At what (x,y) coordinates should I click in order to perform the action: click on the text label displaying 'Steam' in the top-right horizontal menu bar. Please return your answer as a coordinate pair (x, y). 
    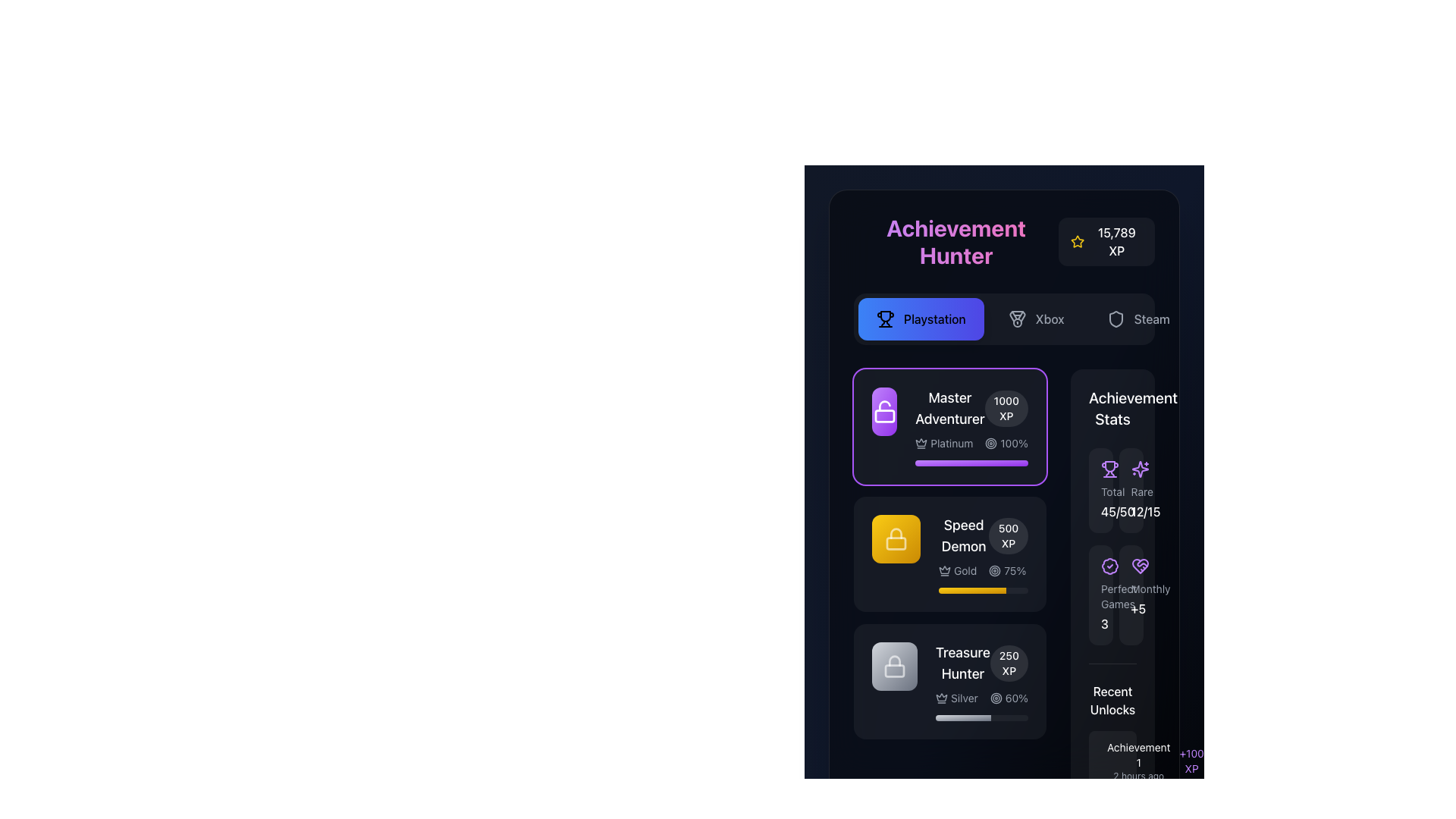
    Looking at the image, I should click on (1152, 318).